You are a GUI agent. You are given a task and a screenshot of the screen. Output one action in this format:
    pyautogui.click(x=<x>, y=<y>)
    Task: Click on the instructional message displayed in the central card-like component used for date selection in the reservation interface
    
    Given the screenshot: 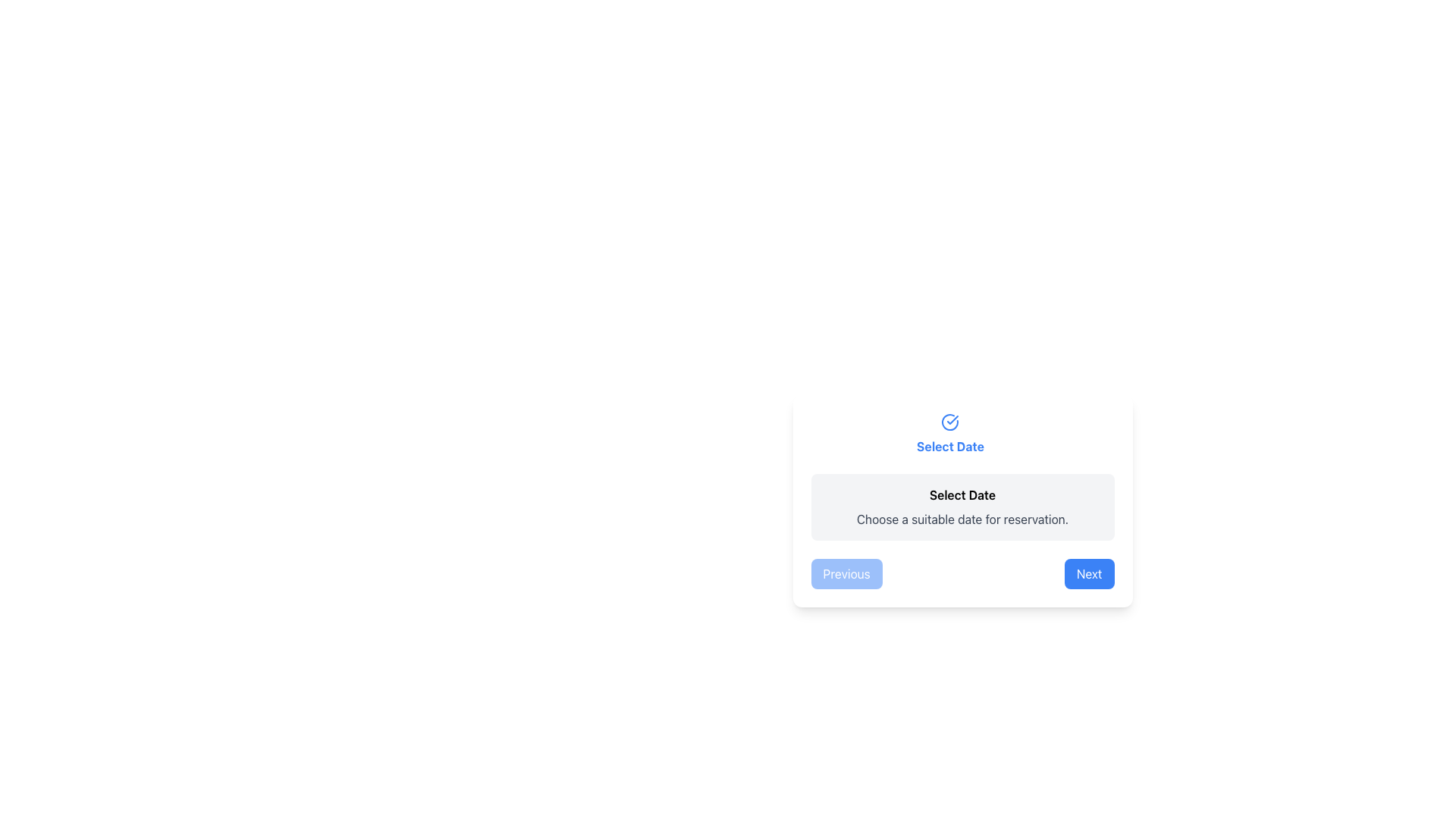 What is the action you would take?
    pyautogui.click(x=962, y=500)
    